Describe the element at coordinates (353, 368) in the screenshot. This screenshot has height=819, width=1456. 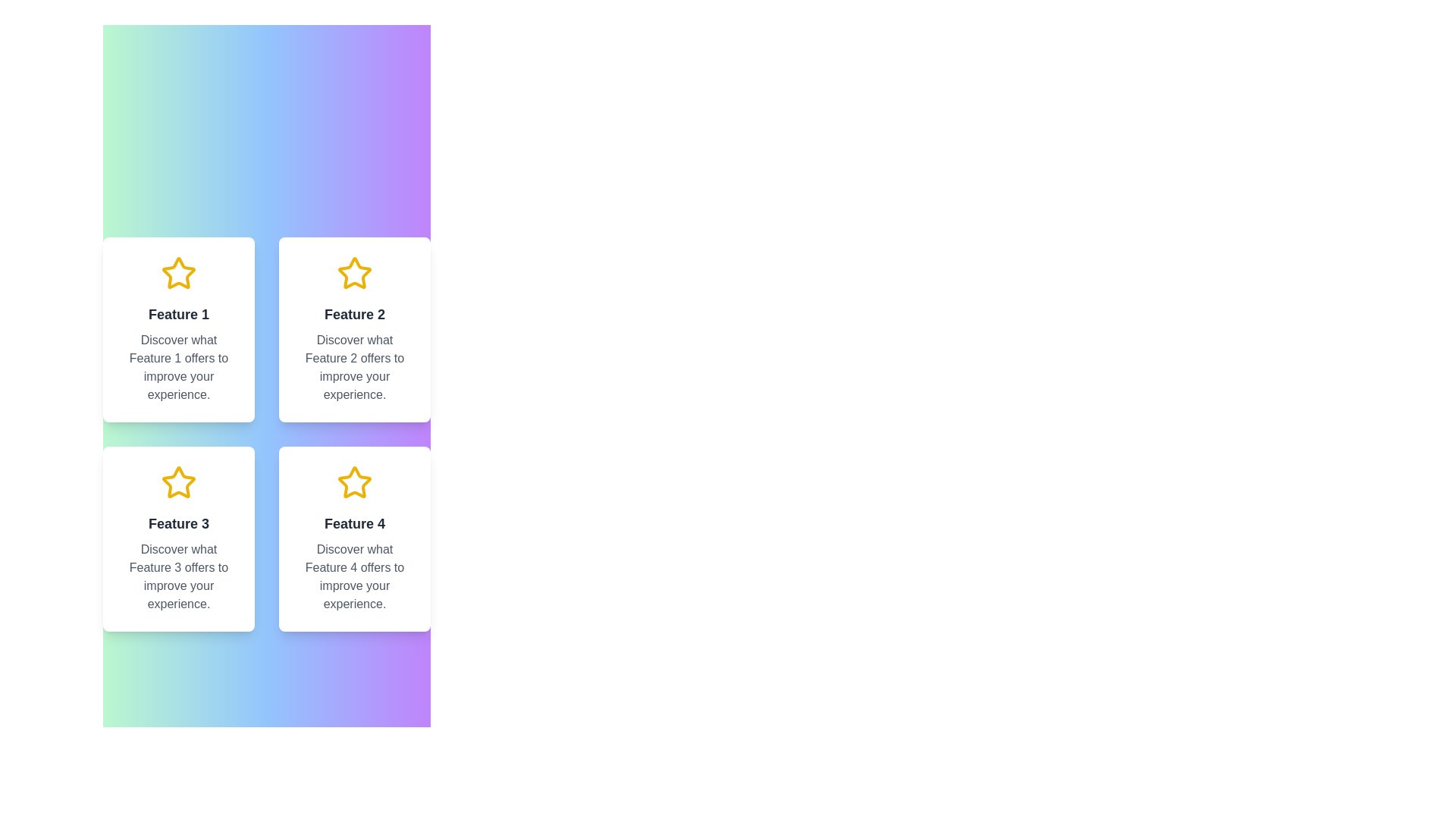
I see `explanatory text element located within the second card of a four-card layout, situated below the heading 'Feature 2'` at that location.